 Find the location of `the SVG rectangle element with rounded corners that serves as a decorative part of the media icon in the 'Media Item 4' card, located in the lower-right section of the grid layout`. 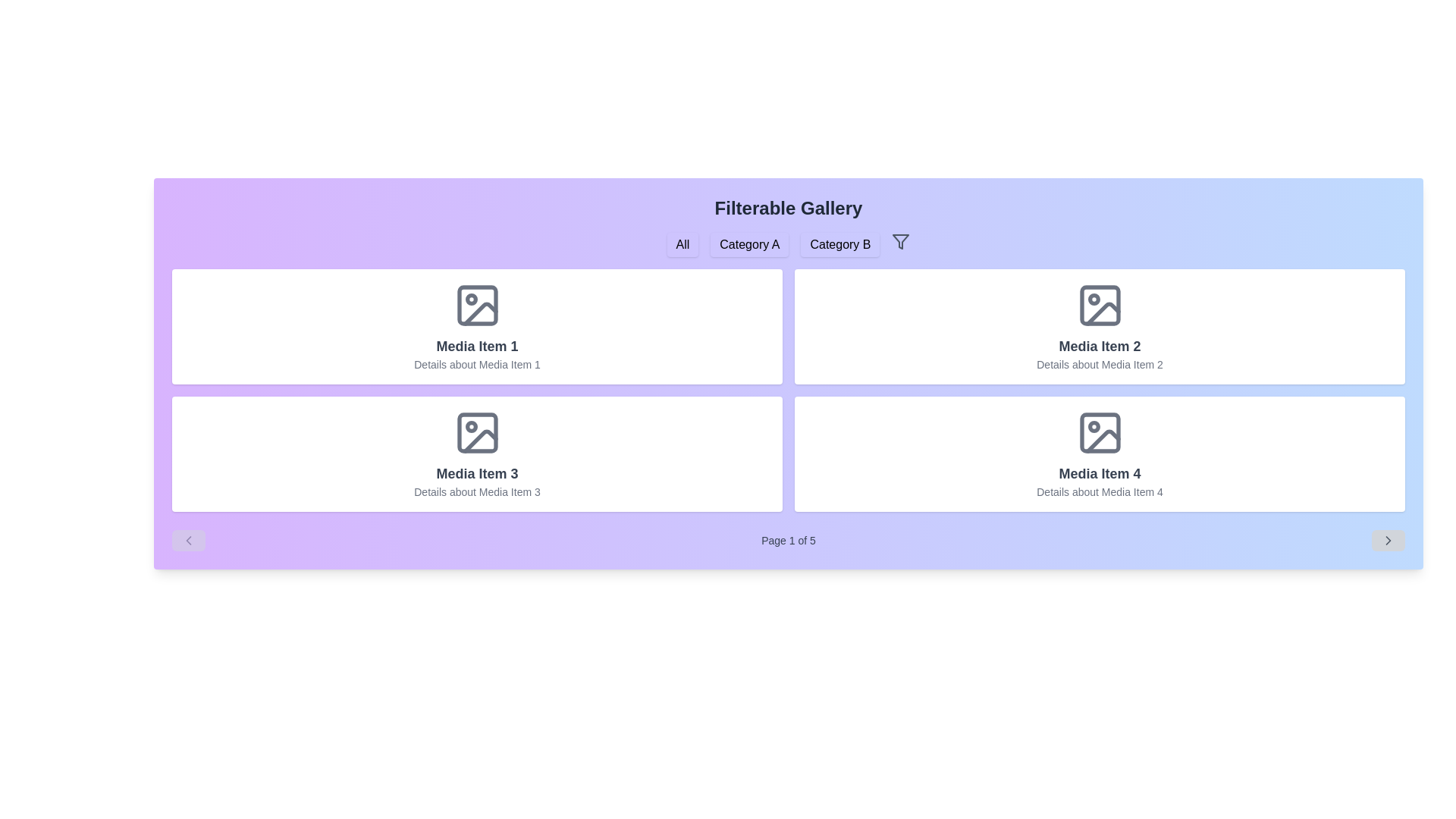

the SVG rectangle element with rounded corners that serves as a decorative part of the media icon in the 'Media Item 4' card, located in the lower-right section of the grid layout is located at coordinates (1100, 432).